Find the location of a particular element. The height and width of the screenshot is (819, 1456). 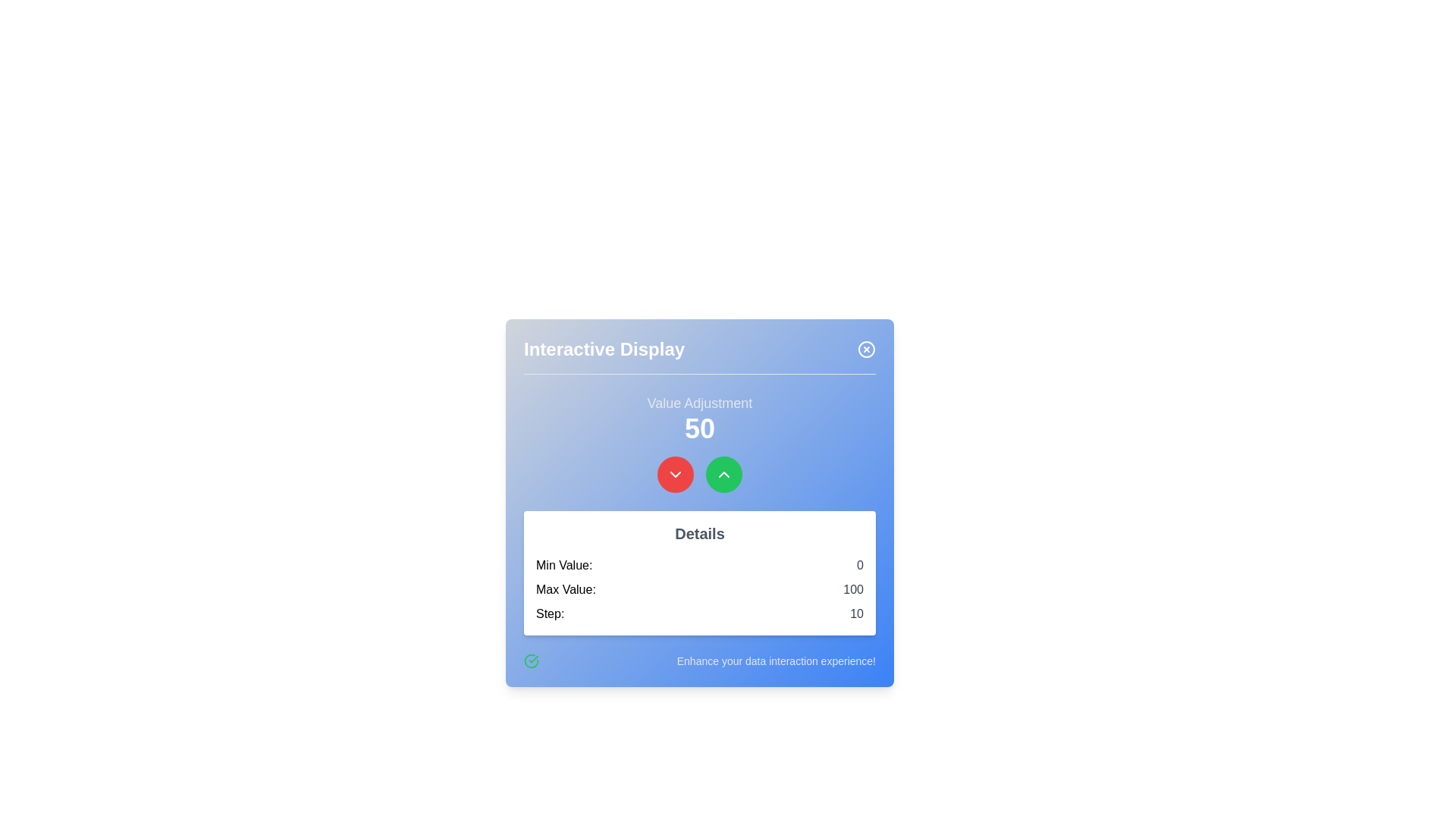

the bold, gray-colored label displaying 'Value Adjustment', which is positioned centrally above the numeric value display of '50' is located at coordinates (698, 403).